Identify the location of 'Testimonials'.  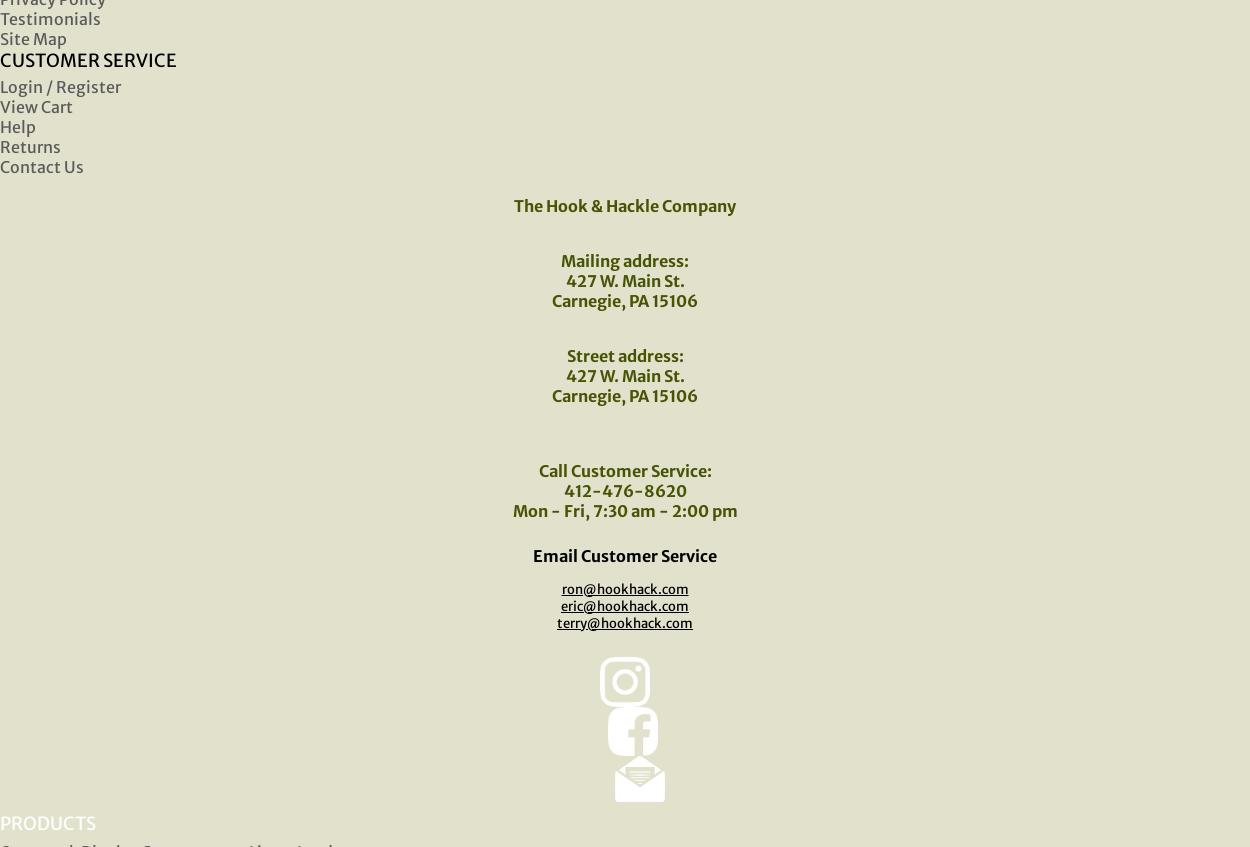
(50, 17).